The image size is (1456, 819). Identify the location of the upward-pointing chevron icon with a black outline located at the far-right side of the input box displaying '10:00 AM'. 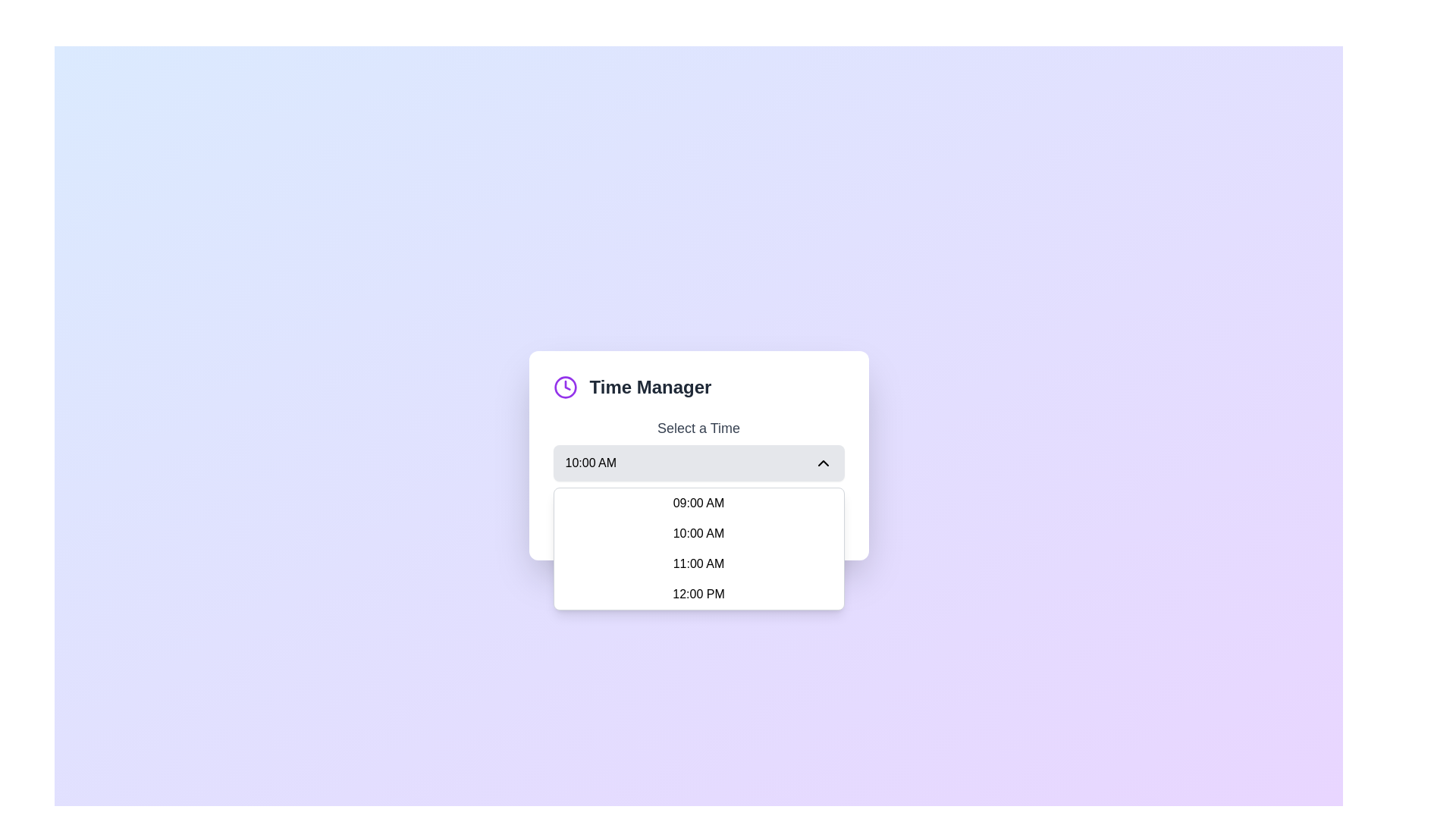
(822, 462).